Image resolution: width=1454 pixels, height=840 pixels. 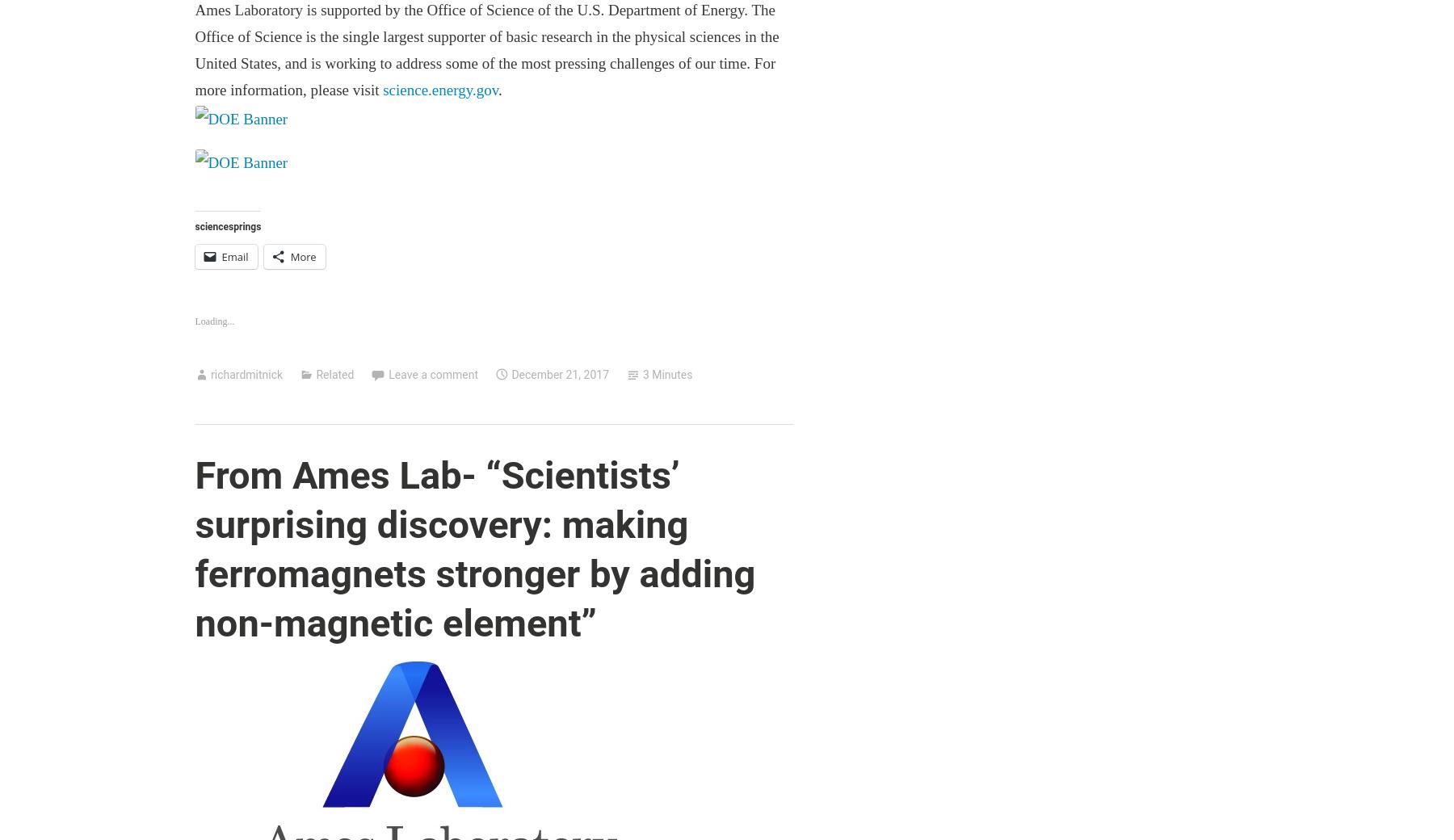 What do you see at coordinates (667, 374) in the screenshot?
I see `'3 Minutes'` at bounding box center [667, 374].